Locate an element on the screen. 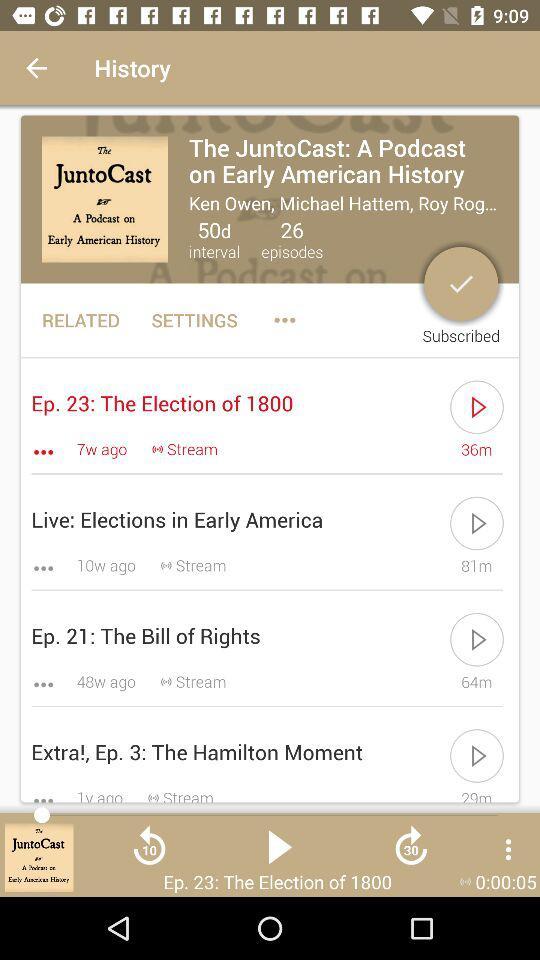 The width and height of the screenshot is (540, 960). the more icon is located at coordinates (508, 848).